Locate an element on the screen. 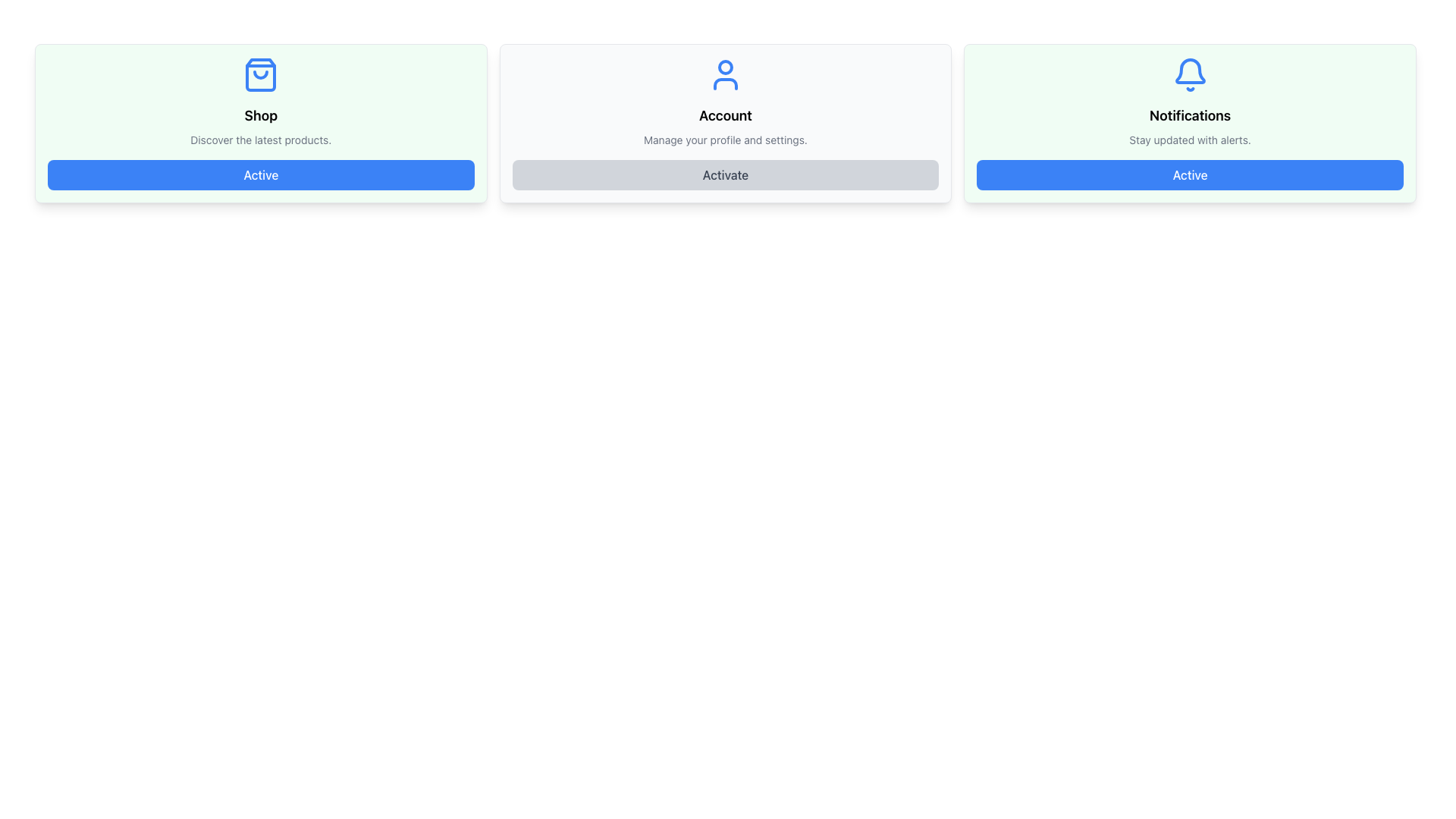  the user account icon, which features a blue circular head and curved shoulders, located above the 'Account' text in a card-like UI component is located at coordinates (724, 75).